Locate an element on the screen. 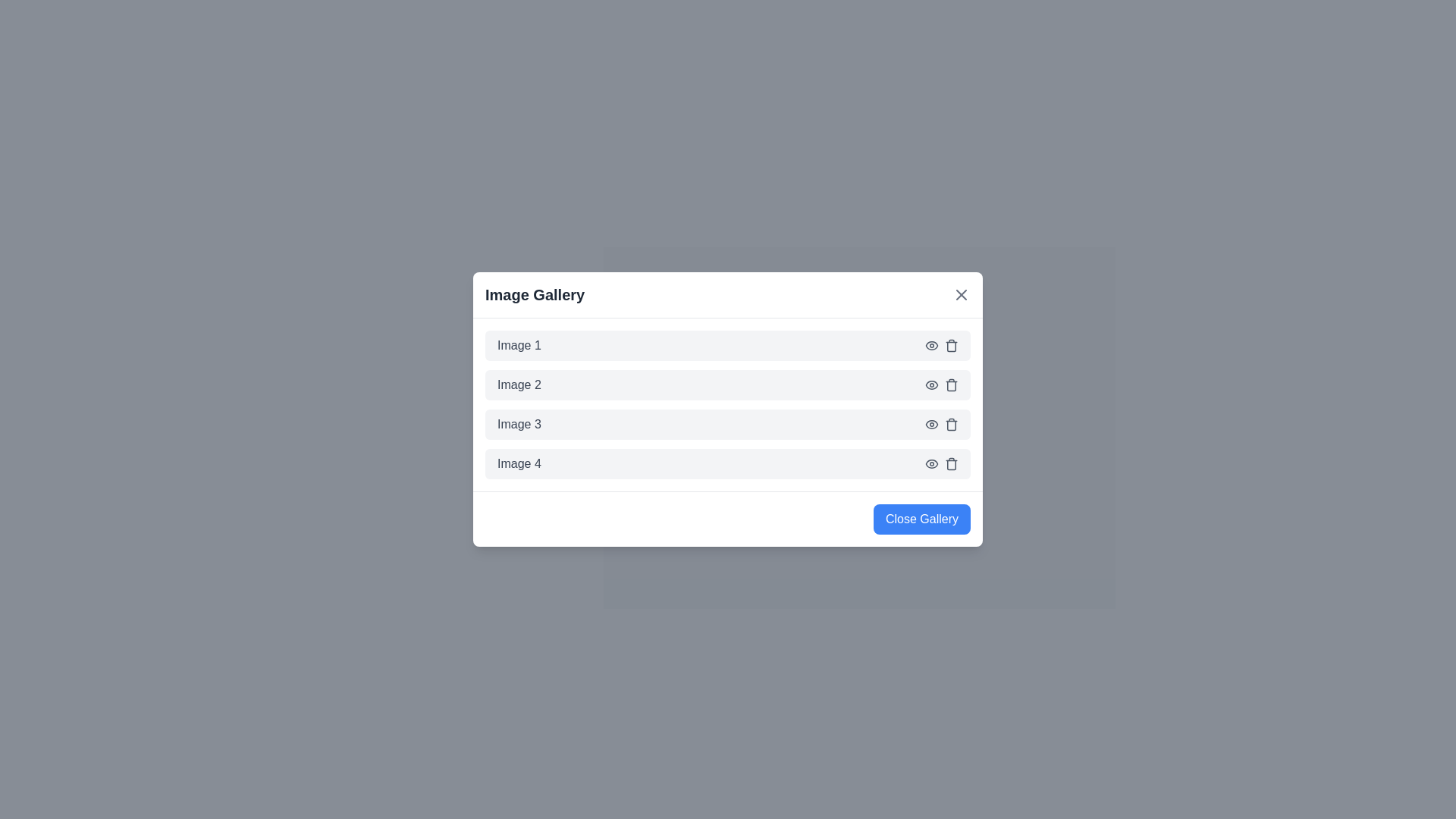 Image resolution: width=1456 pixels, height=819 pixels. the small cross icon button in the top-right corner of the 'Image Gallery' modal dialog is located at coordinates (960, 295).